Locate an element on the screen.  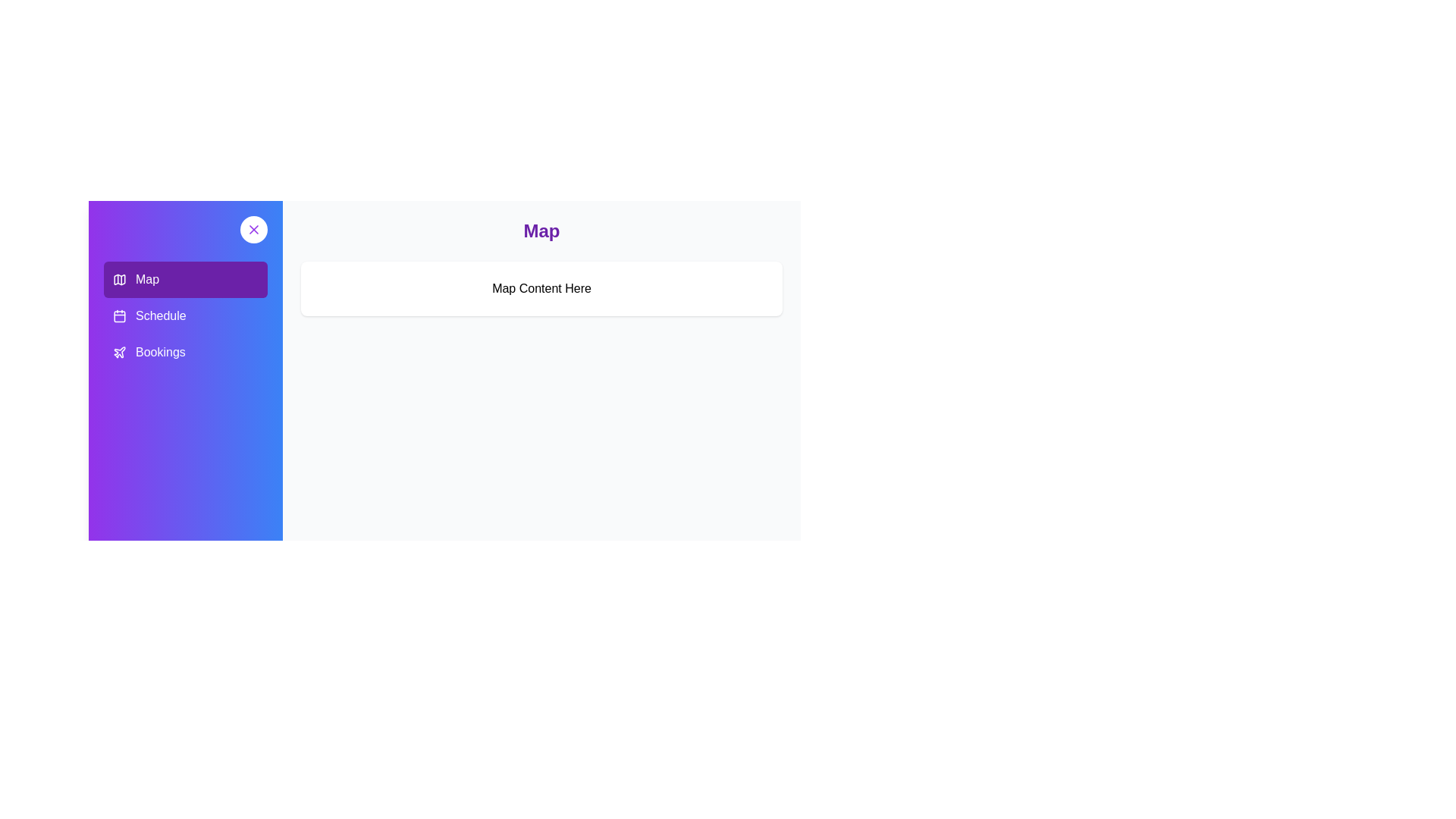
the Schedule tab by clicking on it is located at coordinates (184, 315).